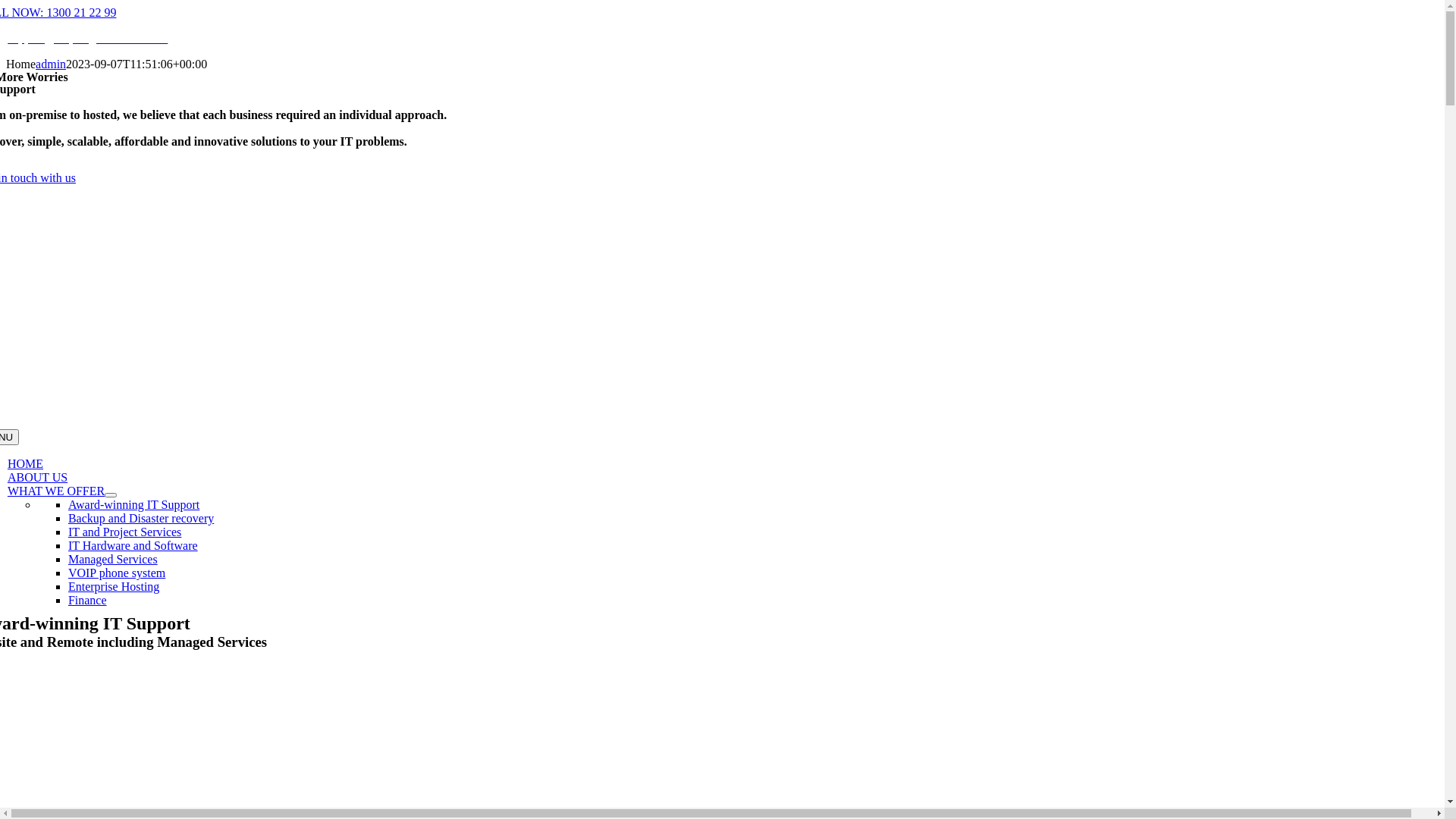  Describe the element at coordinates (86, 599) in the screenshot. I see `'Finance'` at that location.